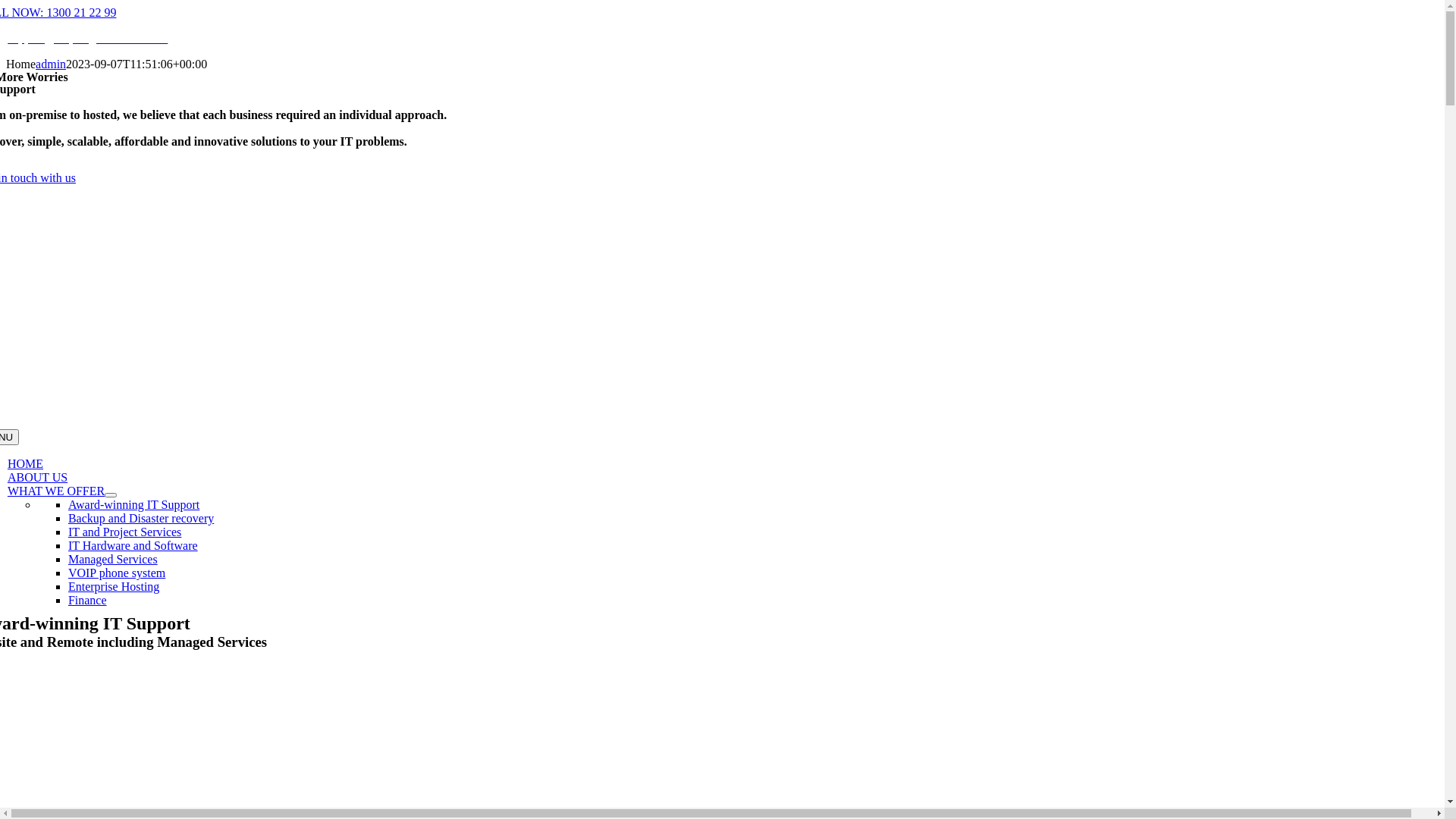  Describe the element at coordinates (86, 599) in the screenshot. I see `'Finance'` at that location.